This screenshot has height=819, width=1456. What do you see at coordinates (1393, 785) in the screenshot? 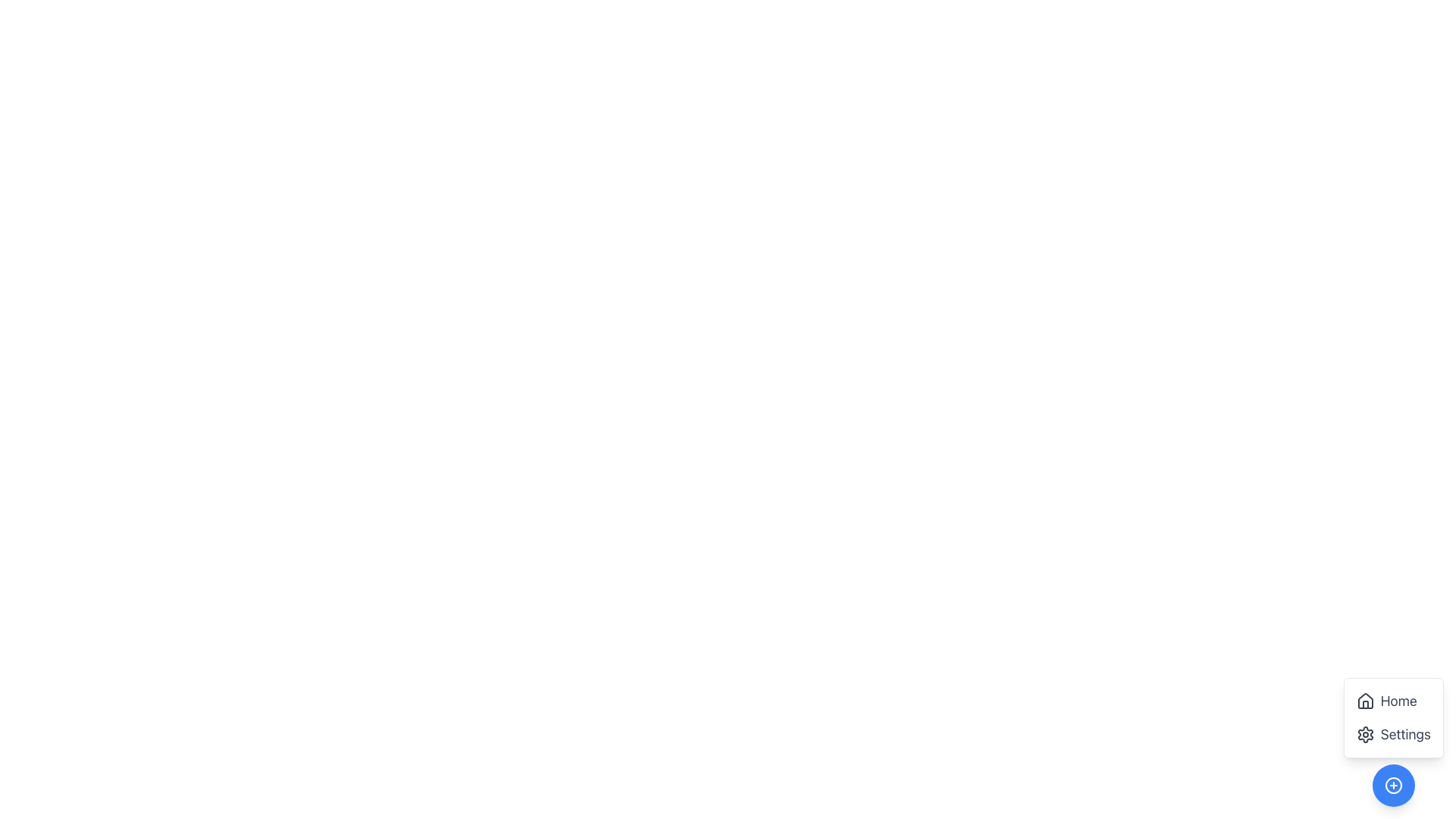
I see `the button with a plus sign SVG icon located at the bottom-right corner of the interface` at bounding box center [1393, 785].